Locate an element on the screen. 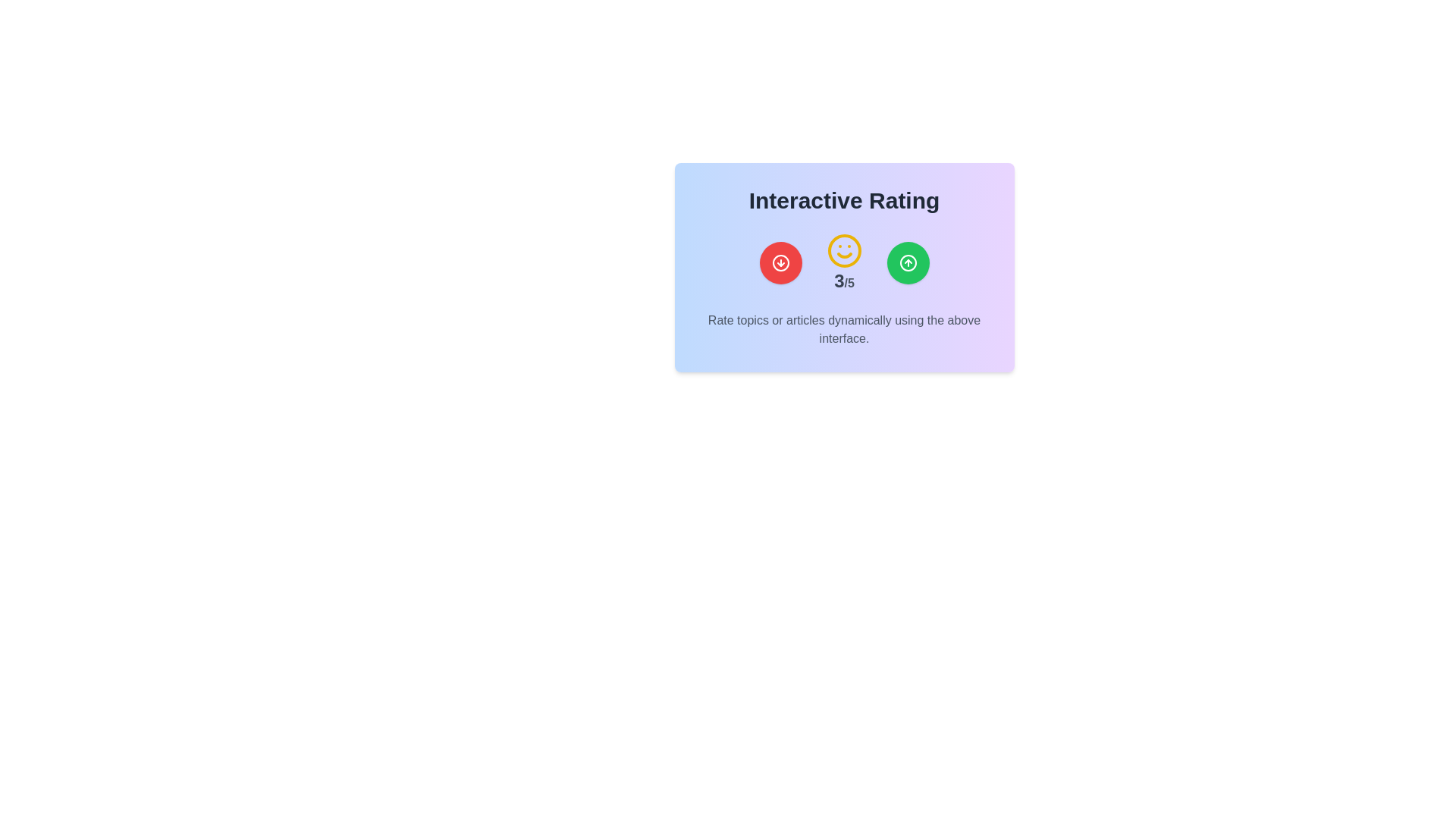 The height and width of the screenshot is (819, 1456). the circular green button with a white upward arrow is located at coordinates (908, 262).